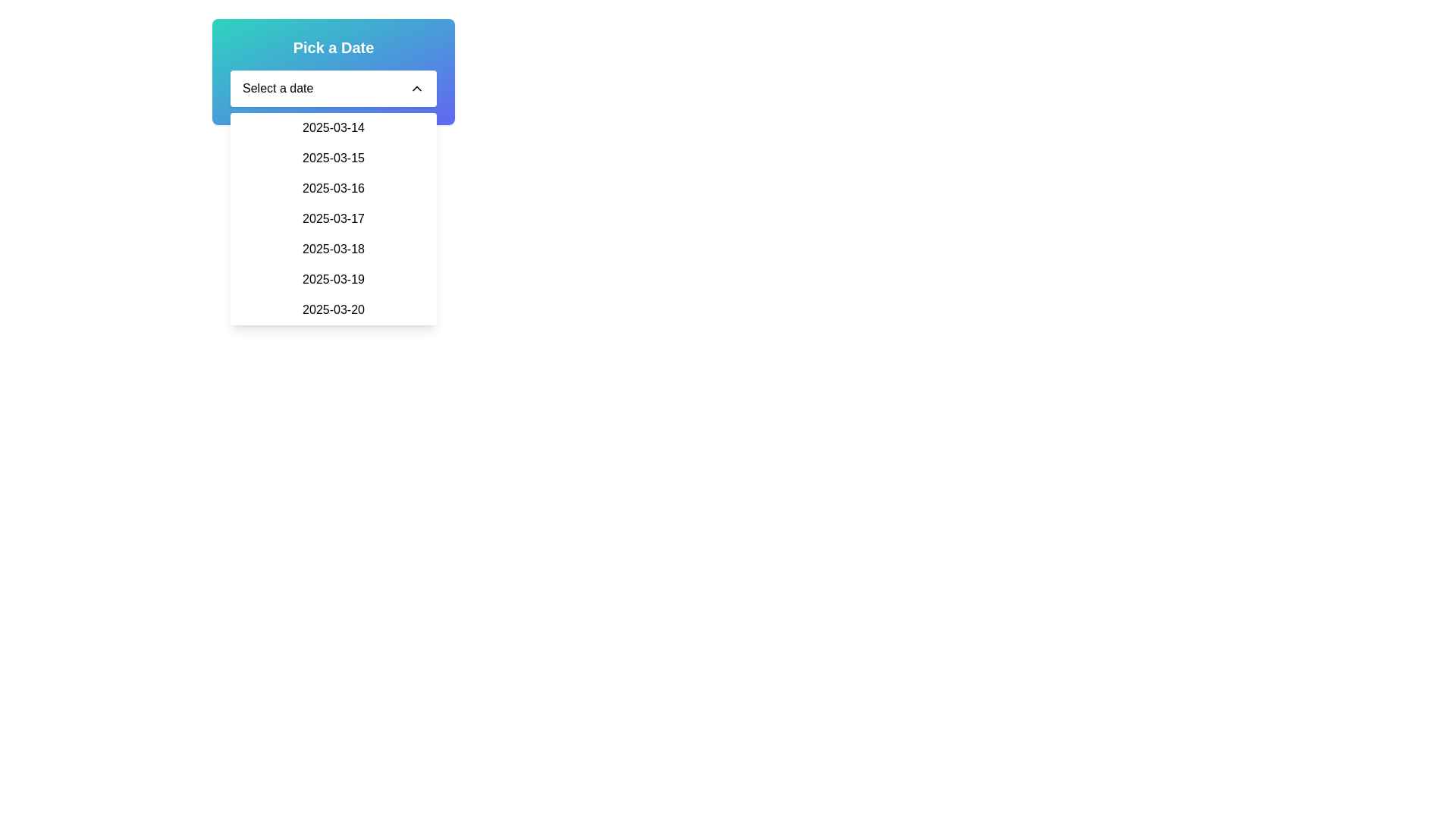  What do you see at coordinates (333, 219) in the screenshot?
I see `the fourth date option in the dropdown menu titled 'Pick a Date'` at bounding box center [333, 219].